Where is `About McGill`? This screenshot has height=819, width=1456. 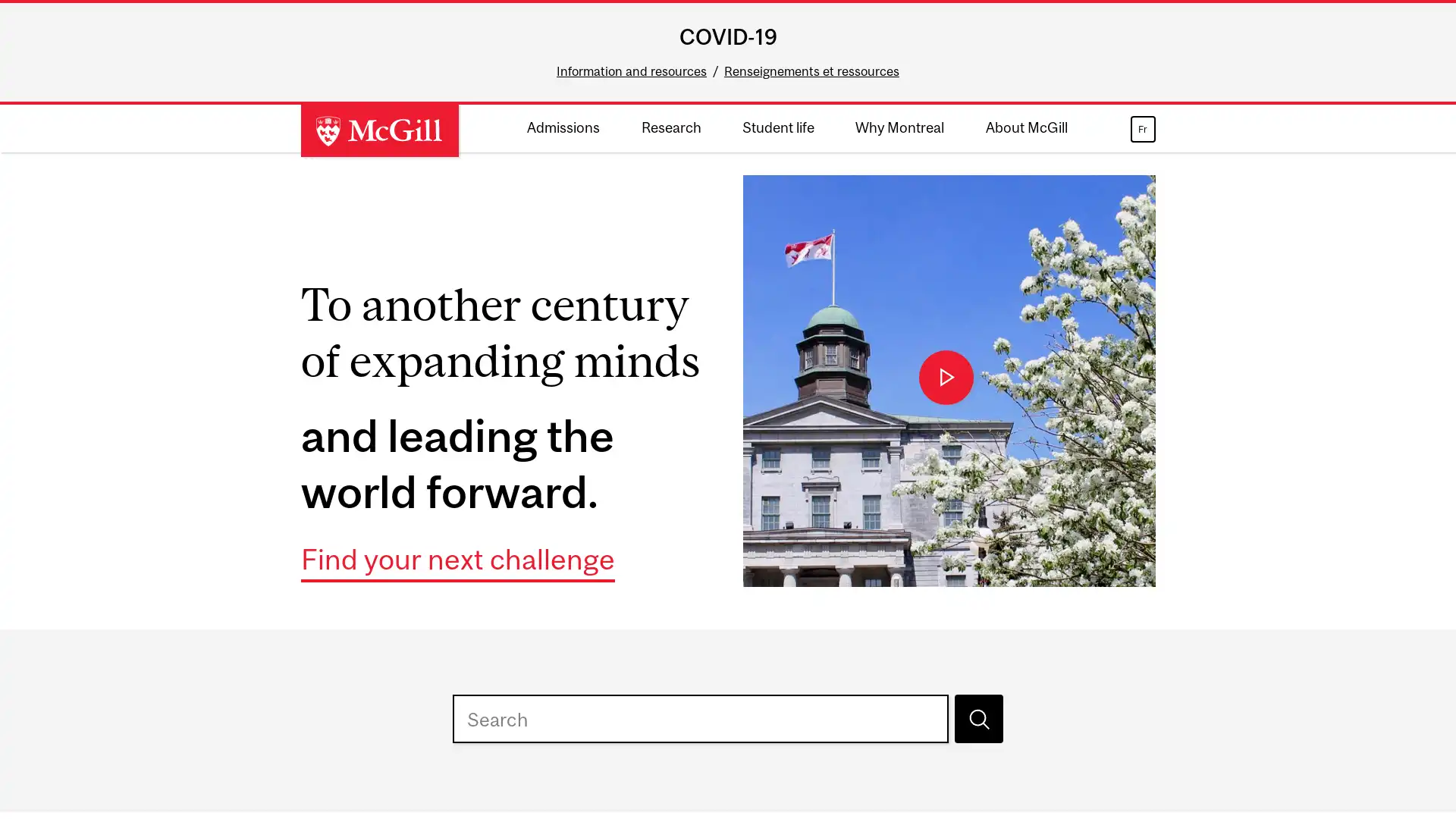
About McGill is located at coordinates (1026, 127).